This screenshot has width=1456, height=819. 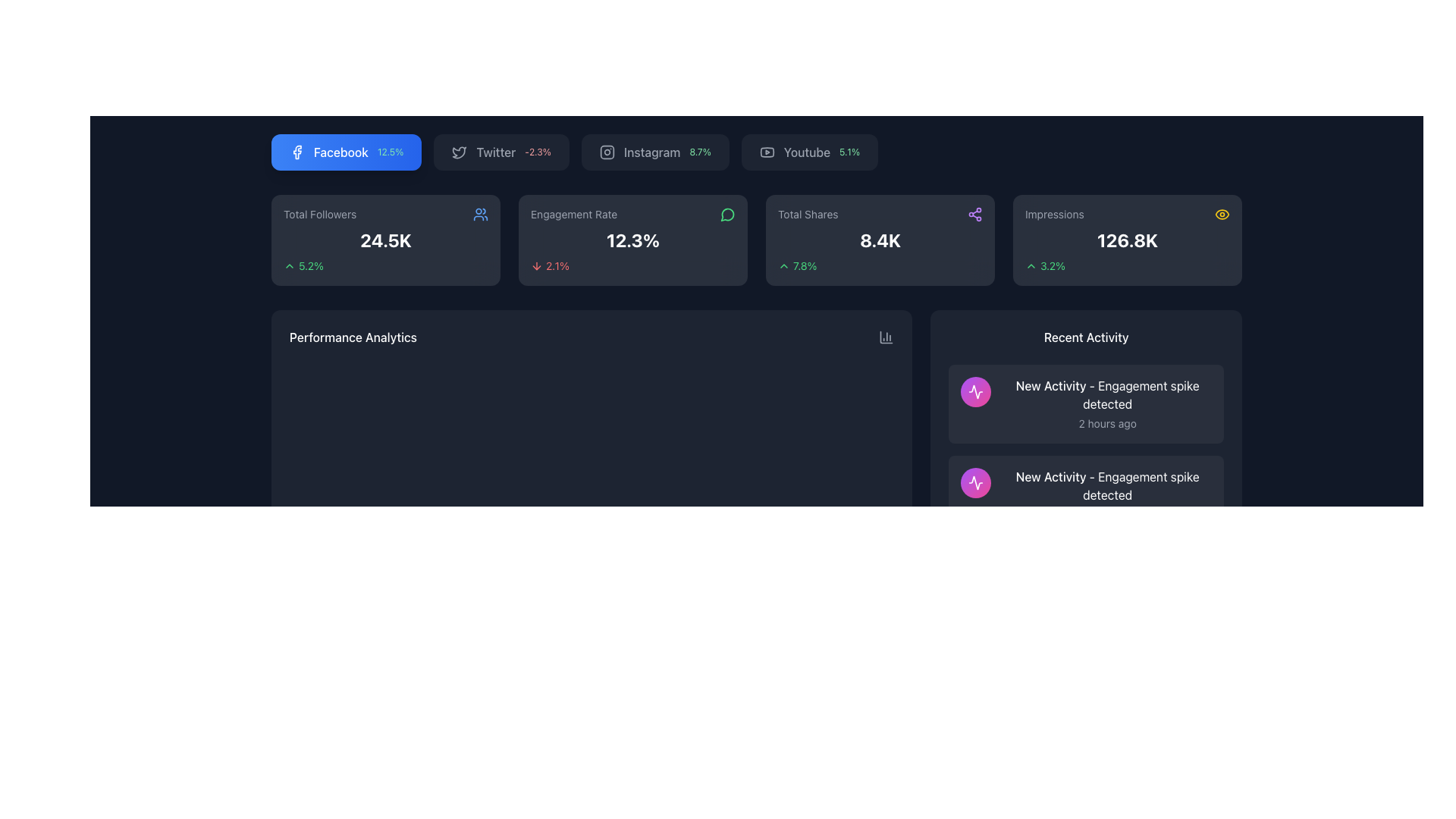 I want to click on text label displaying '12.5%' located adjacent to the 'Facebook' button in the menu bar at the top of the interface, so click(x=391, y=152).